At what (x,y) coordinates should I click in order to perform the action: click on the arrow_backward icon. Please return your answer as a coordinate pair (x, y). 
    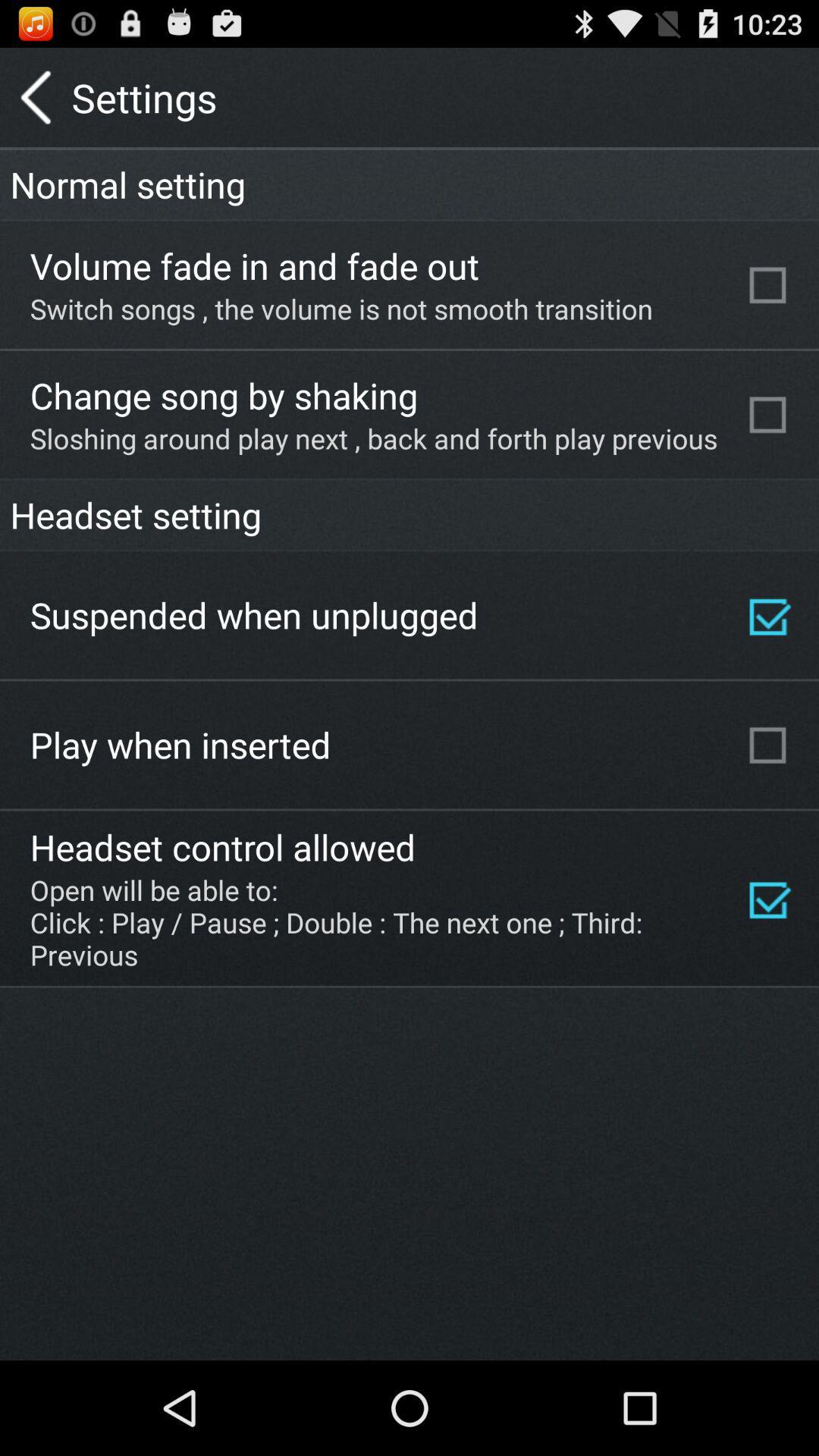
    Looking at the image, I should click on (35, 103).